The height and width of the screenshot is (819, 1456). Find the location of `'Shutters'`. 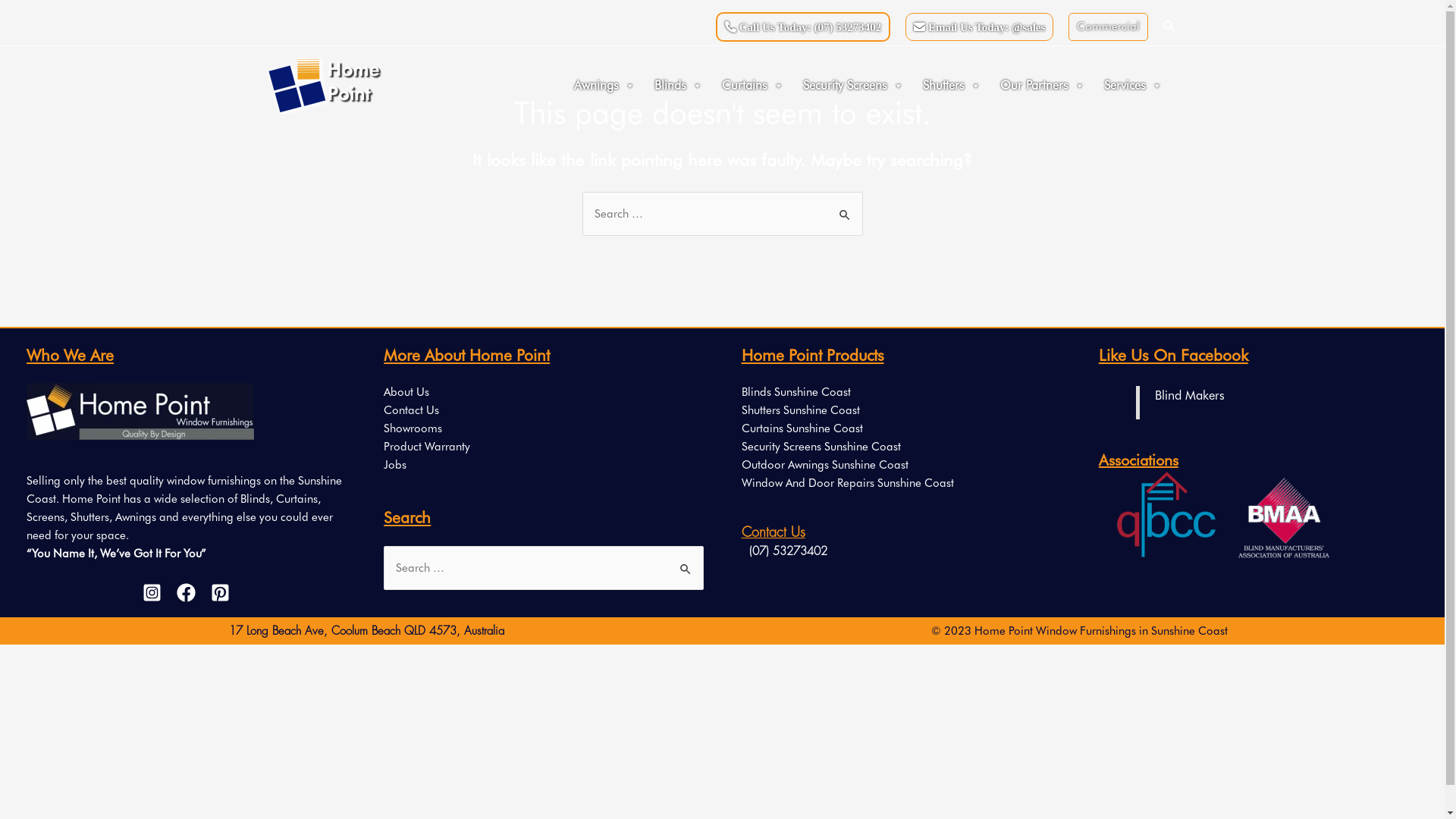

'Shutters' is located at coordinates (952, 85).